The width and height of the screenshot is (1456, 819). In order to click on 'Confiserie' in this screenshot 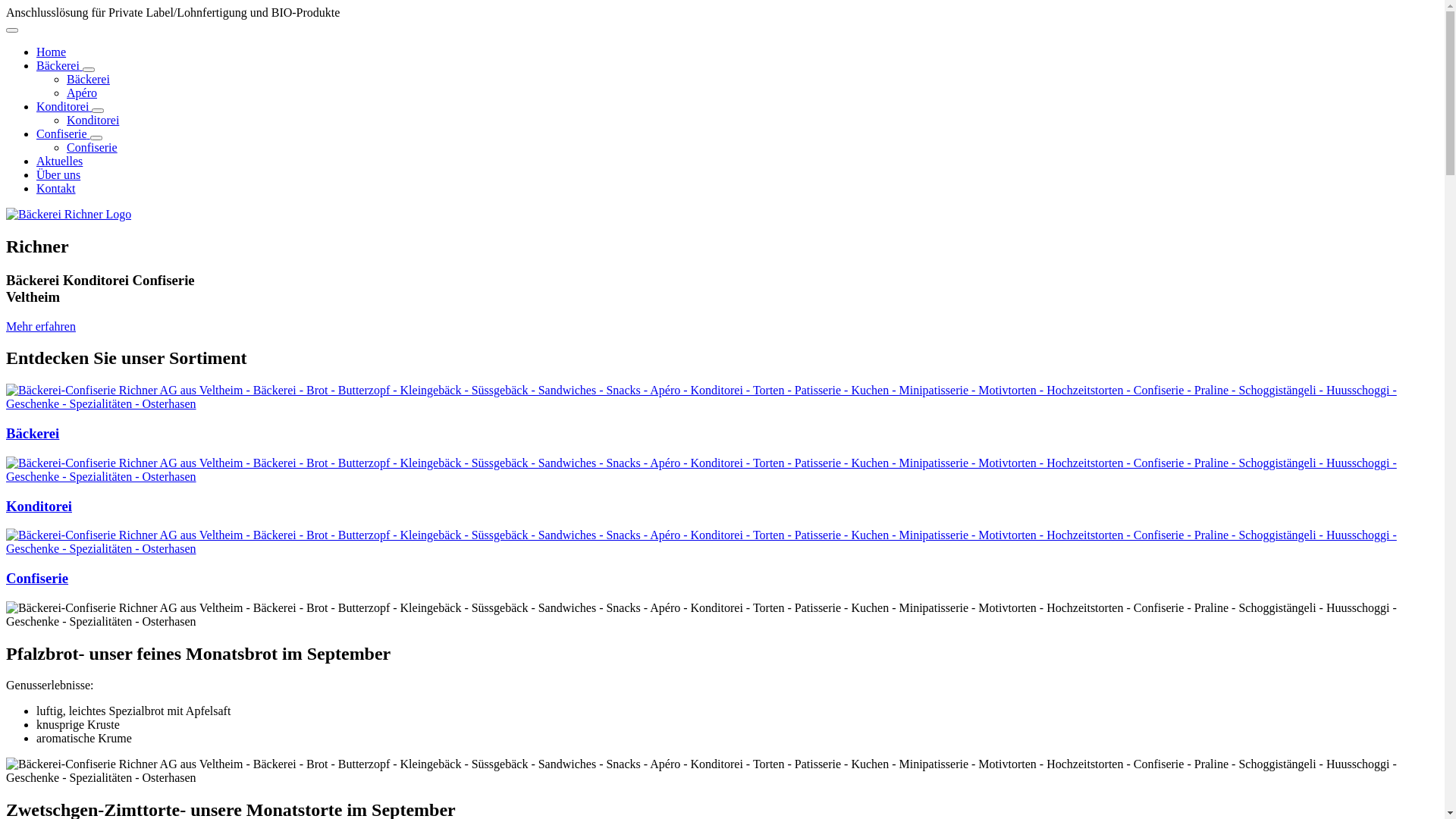, I will do `click(62, 133)`.